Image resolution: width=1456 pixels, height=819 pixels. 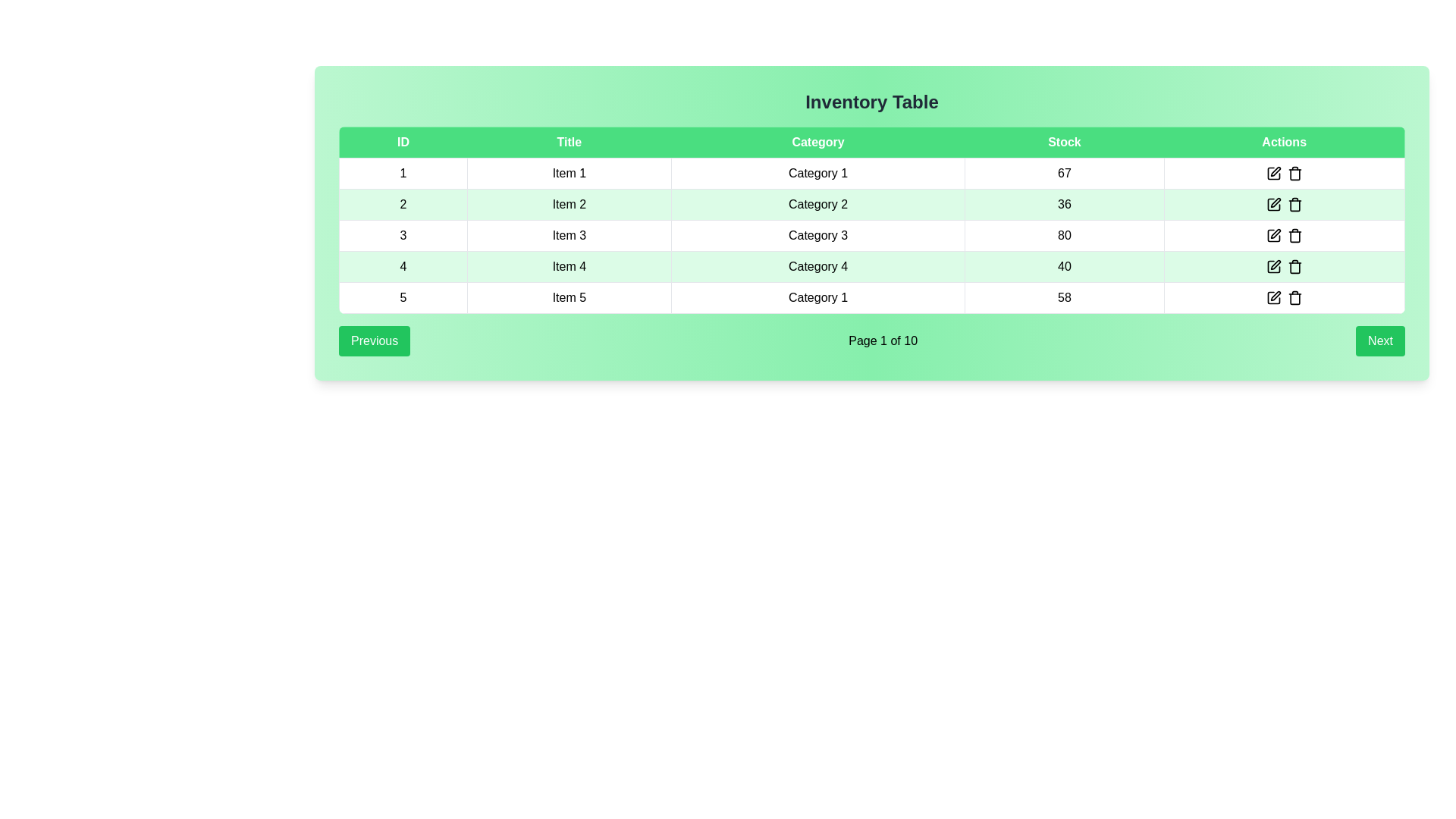 I want to click on the stylized pen icon button in the 'Actions' column of the fourth row in the Inventory Table to initiate editing, so click(x=1275, y=264).